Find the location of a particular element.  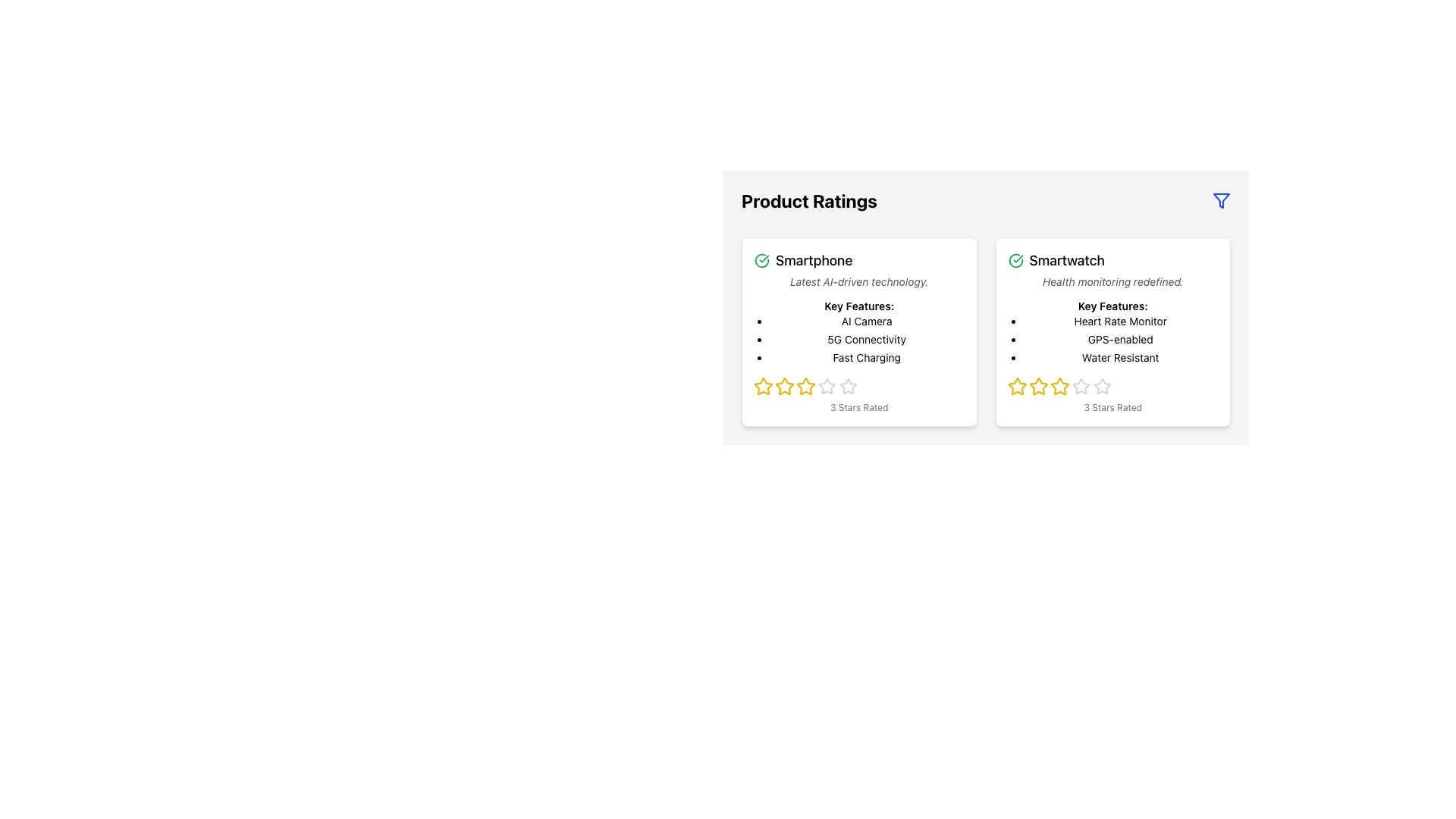

the triangular funnel-like filter icon located in the top-right corner of the smartwatch details card is located at coordinates (1222, 200).